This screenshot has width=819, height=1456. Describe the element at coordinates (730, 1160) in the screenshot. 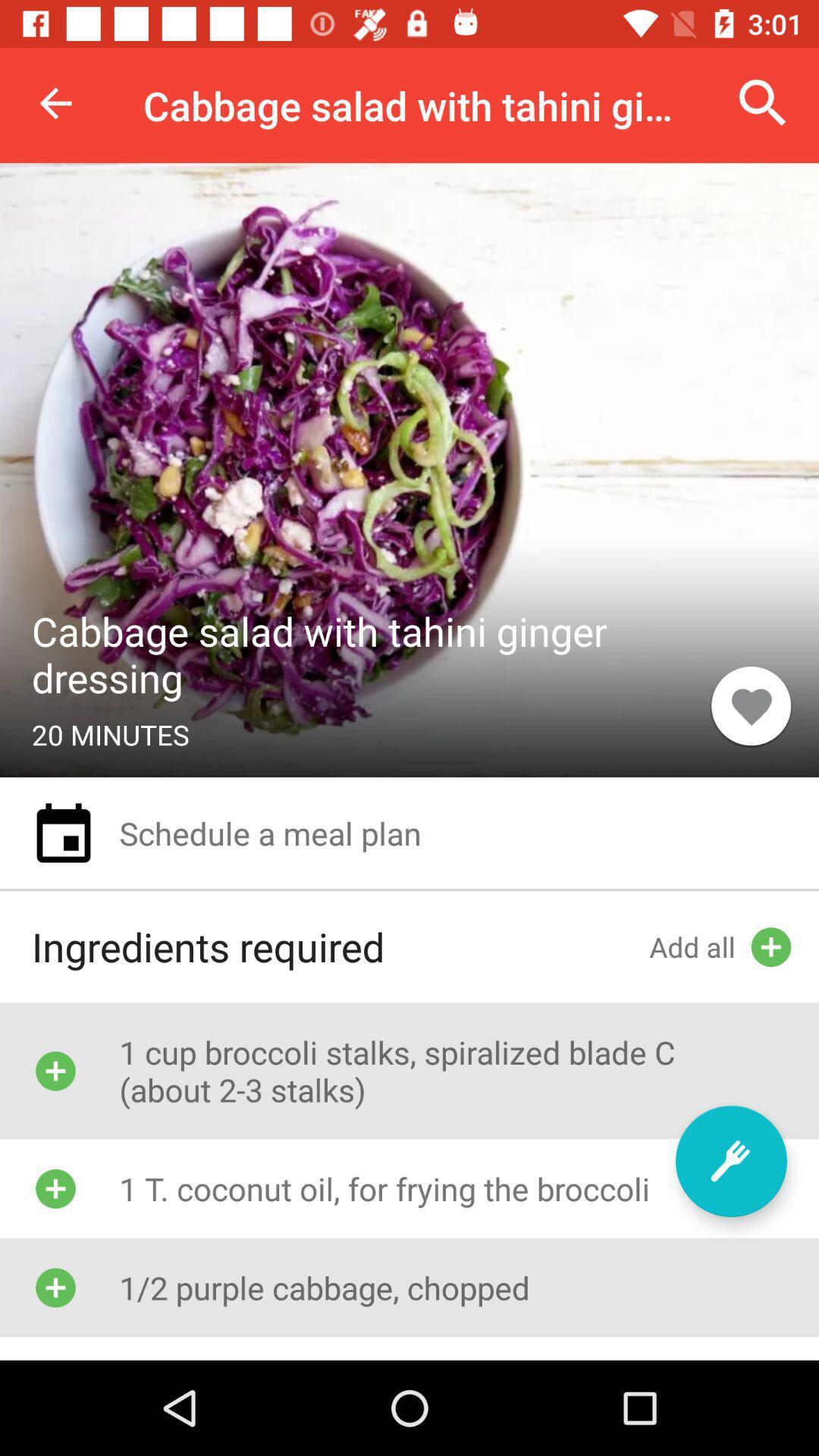

I see `the edit icon` at that location.